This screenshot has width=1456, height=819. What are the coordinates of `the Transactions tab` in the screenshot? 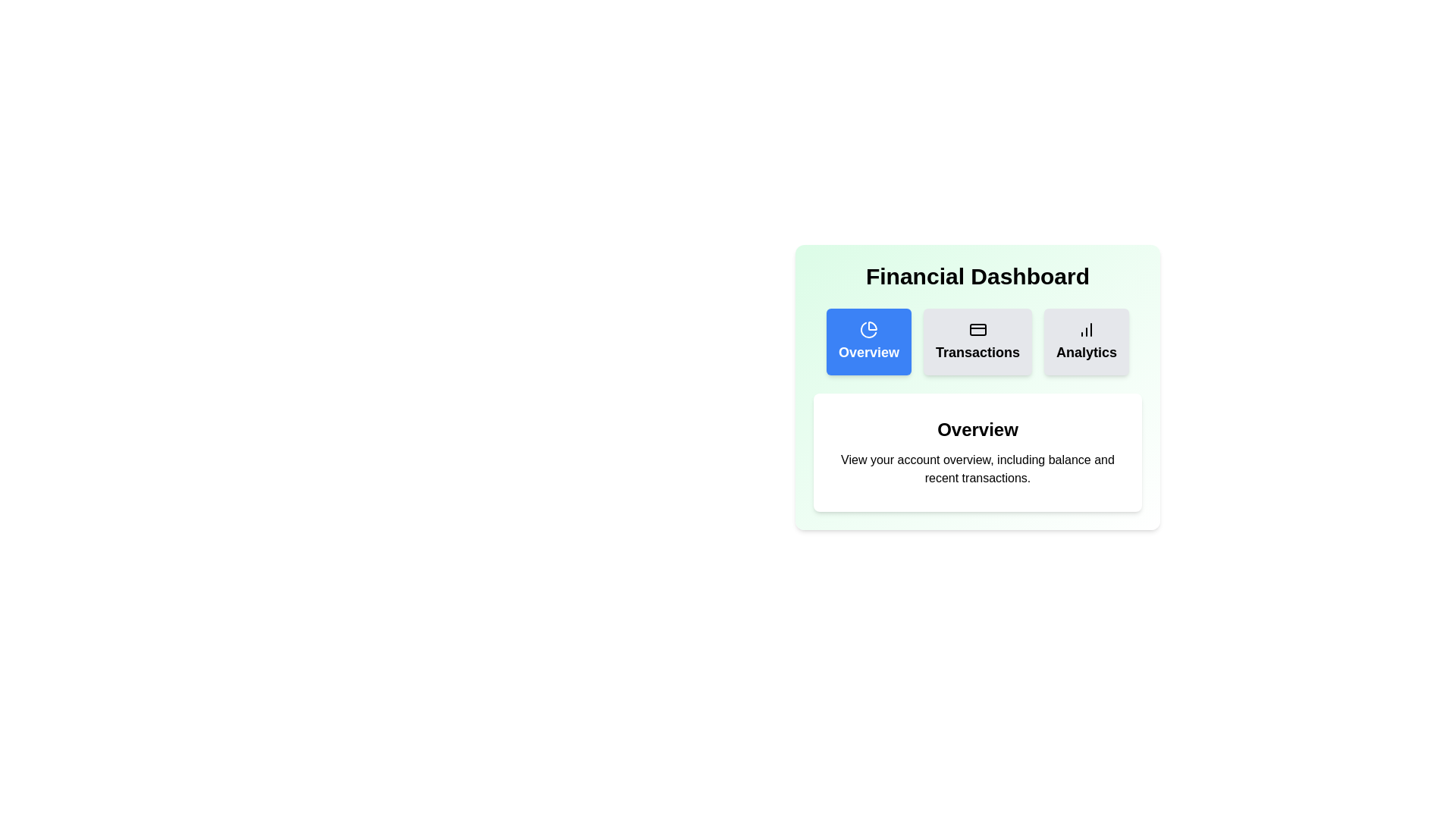 It's located at (977, 342).